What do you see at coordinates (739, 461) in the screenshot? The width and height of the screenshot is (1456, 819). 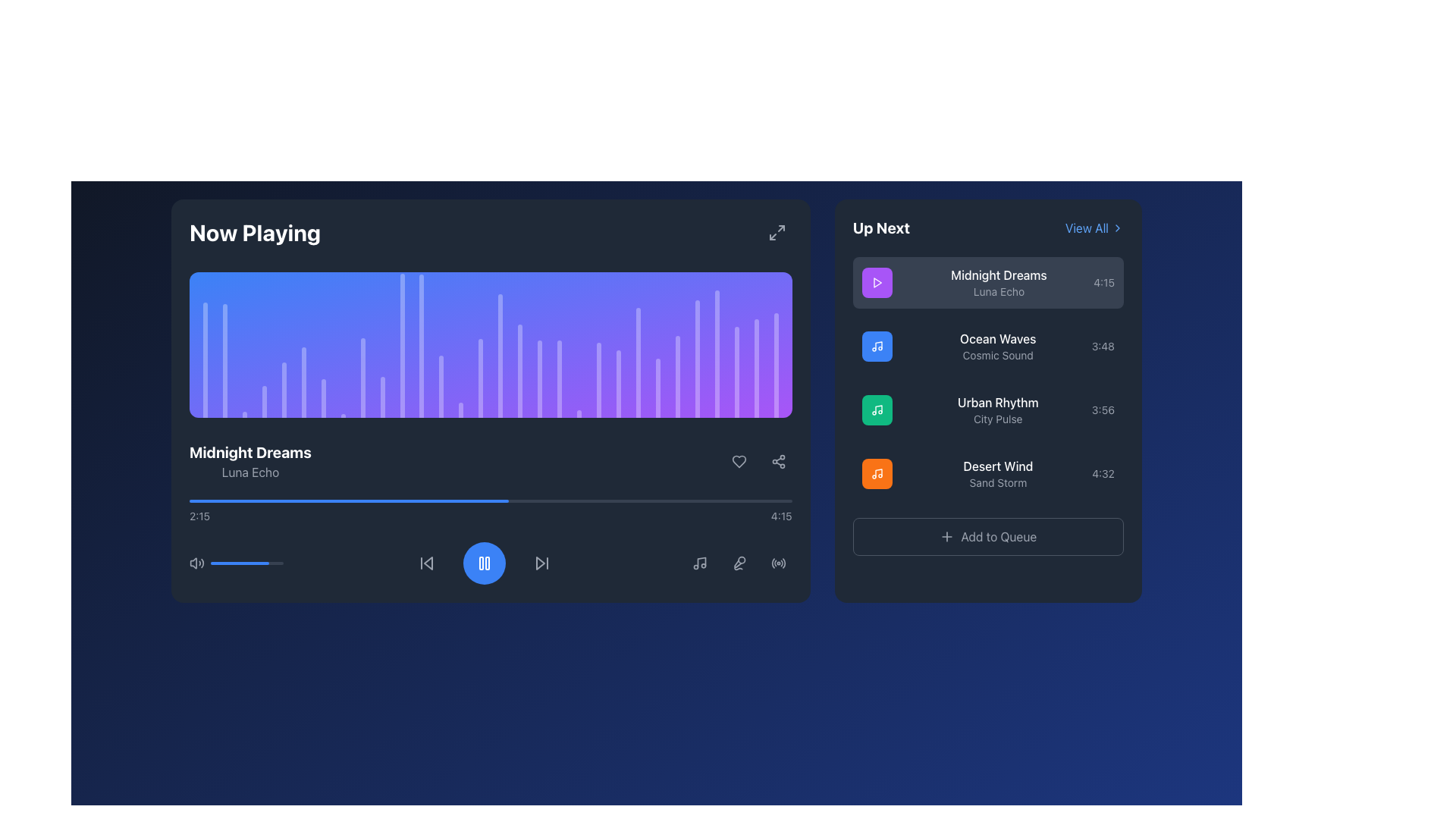 I see `the heart-shaped icon button with a hollow center, outlined in gray, located in the bottom right corner of the 'Now Playing' panel` at bounding box center [739, 461].